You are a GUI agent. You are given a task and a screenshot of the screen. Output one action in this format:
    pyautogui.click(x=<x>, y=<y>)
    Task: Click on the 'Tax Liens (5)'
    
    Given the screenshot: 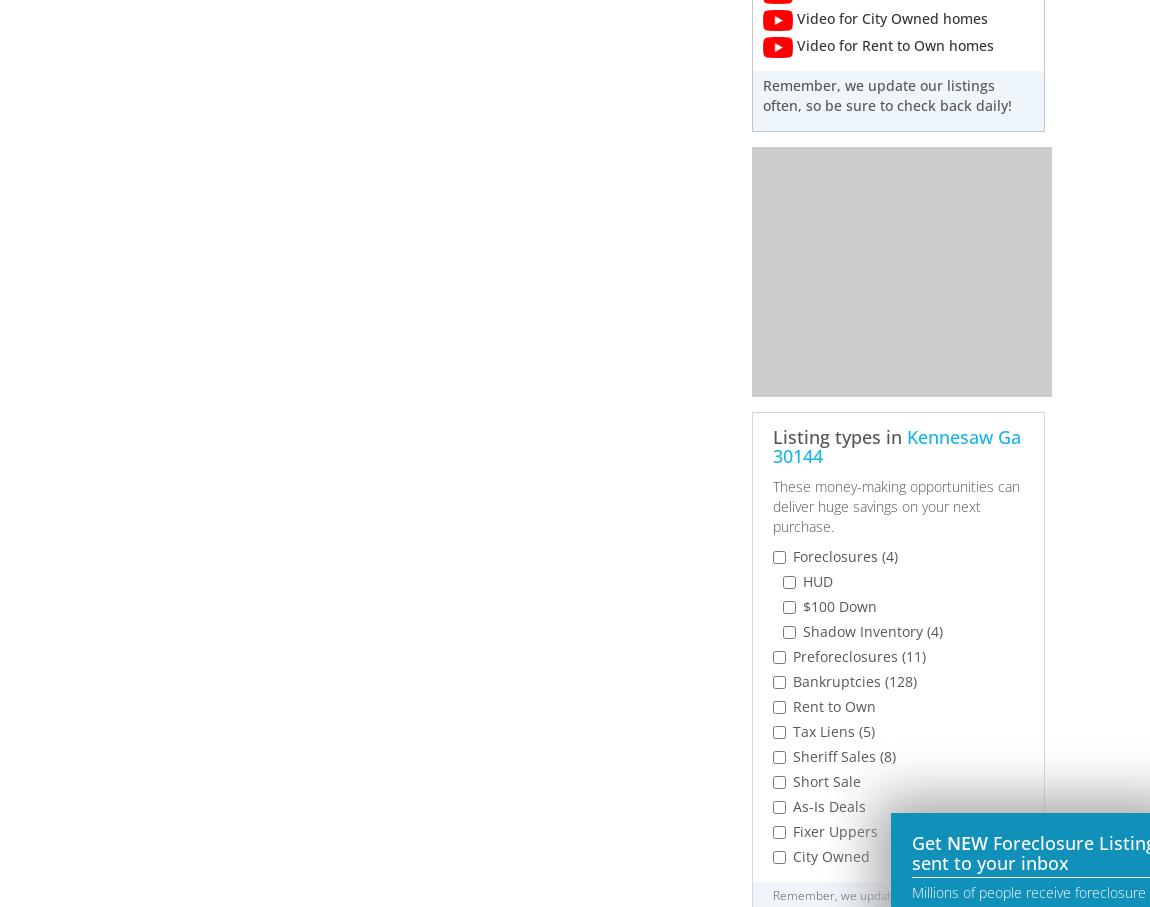 What is the action you would take?
    pyautogui.click(x=831, y=731)
    